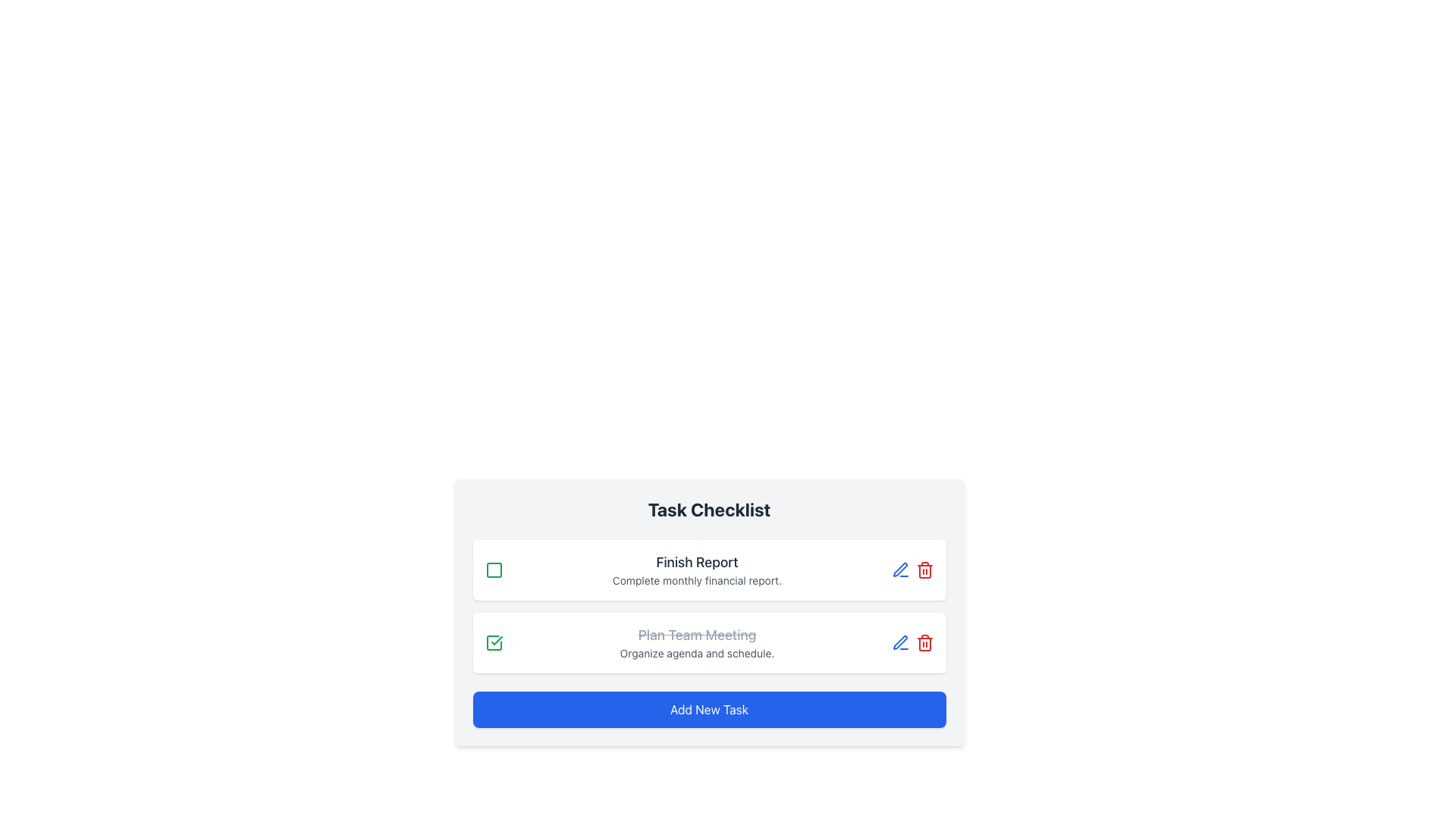 This screenshot has width=1456, height=819. I want to click on the first task entry in the checklist, which is visually represented in a white, rounded corner rectangle with shadow, located above the task entry that reads 'Plan Team Meeting', so click(696, 570).